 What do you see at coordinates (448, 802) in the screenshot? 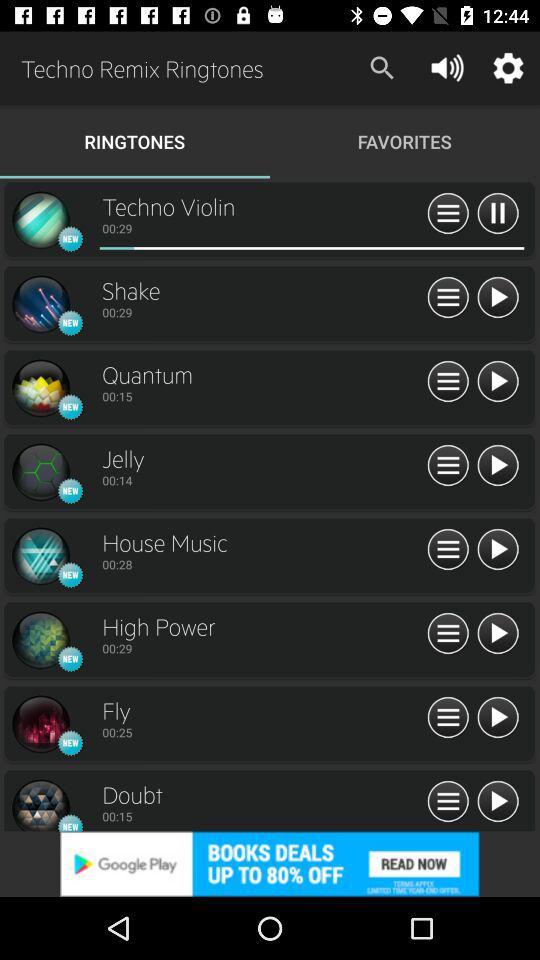
I see `menu option` at bounding box center [448, 802].